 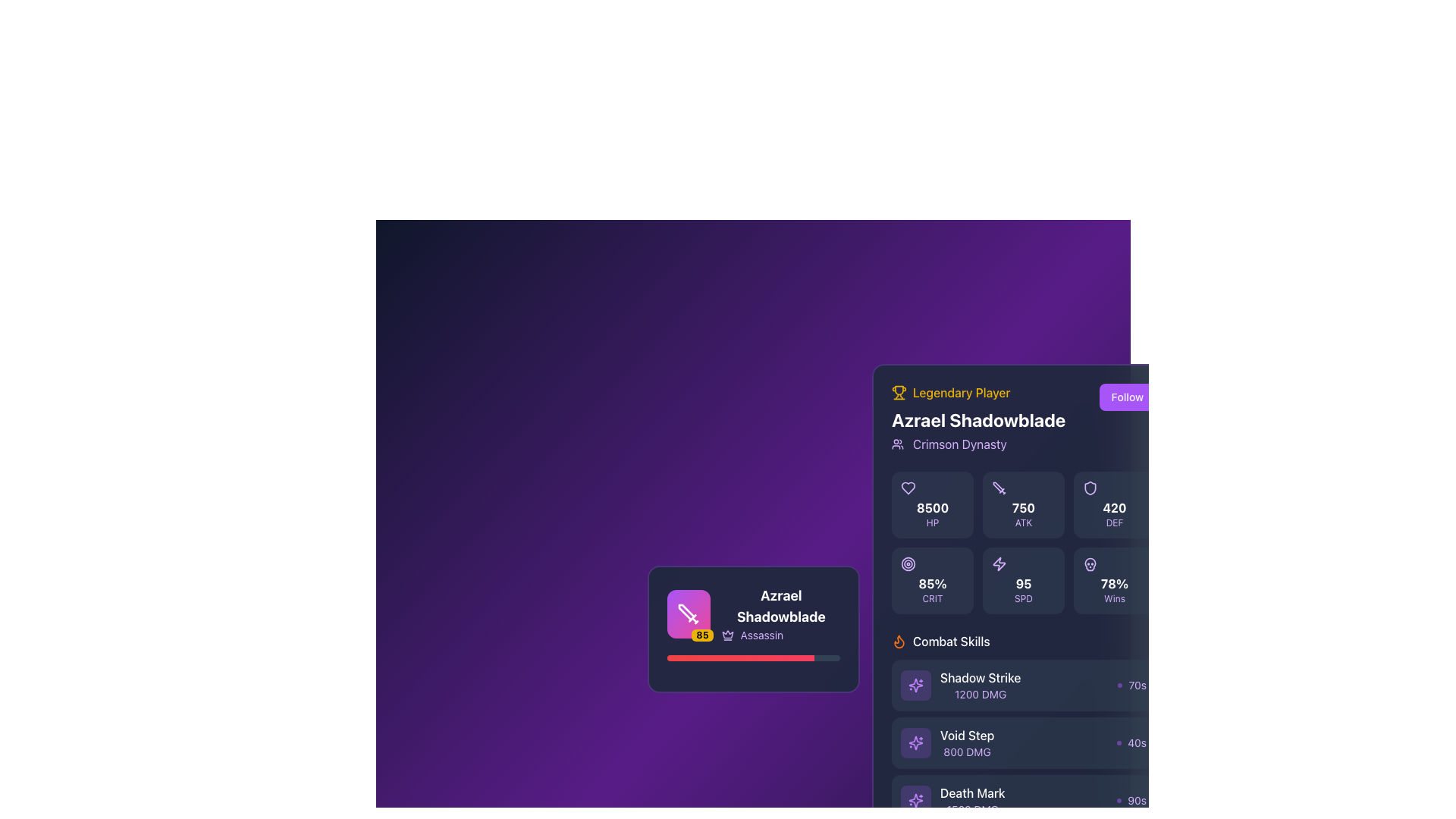 I want to click on information displayed in the small, purple-colored text label showing '1200 DMG', located beneath 'Shadow Strike' in the right panel under the 'Combat Skills' header, so click(x=980, y=694).